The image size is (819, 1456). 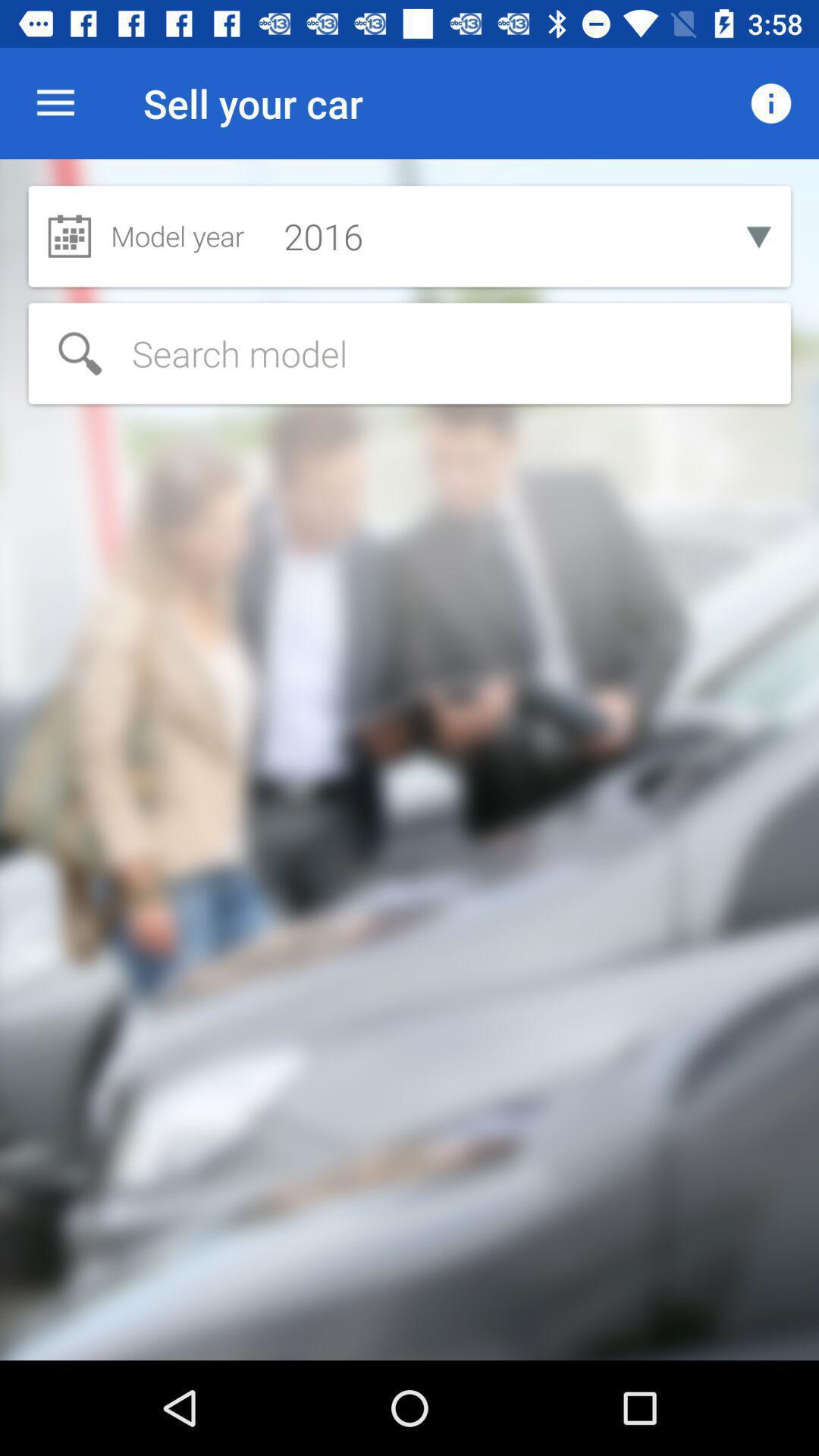 What do you see at coordinates (771, 102) in the screenshot?
I see `the item next to the sell your car icon` at bounding box center [771, 102].